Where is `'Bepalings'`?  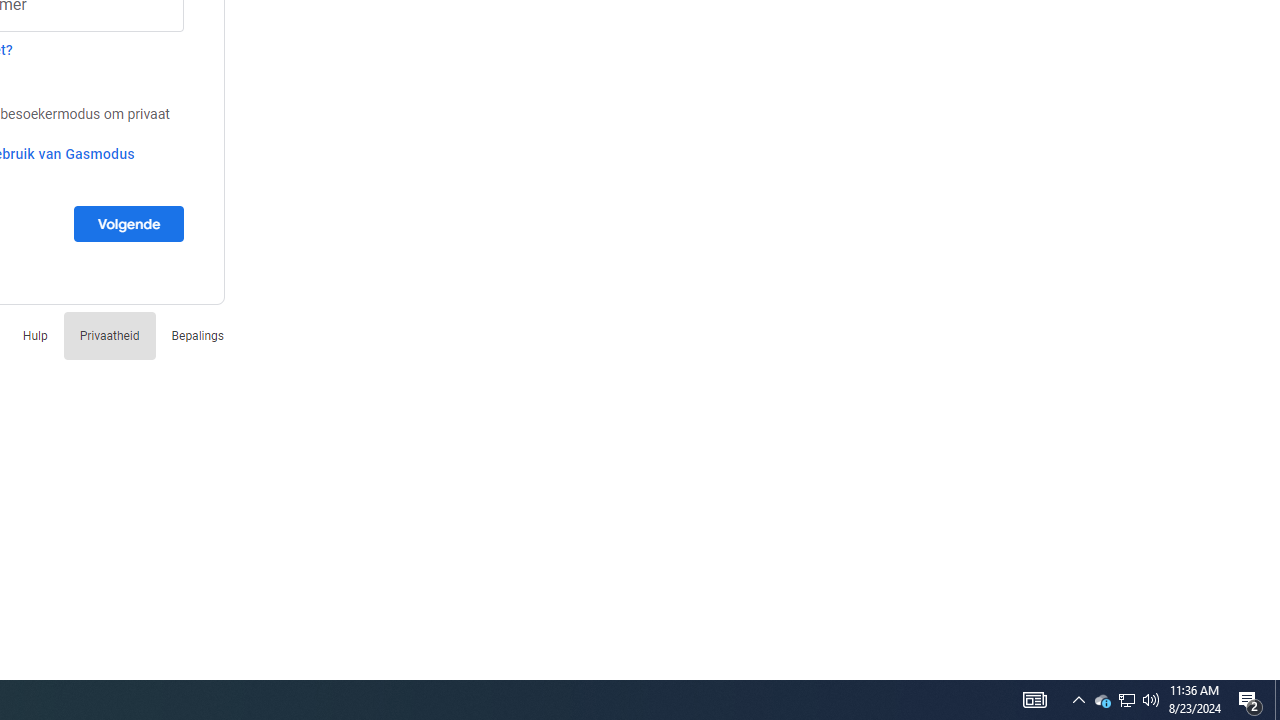 'Bepalings' is located at coordinates (197, 334).